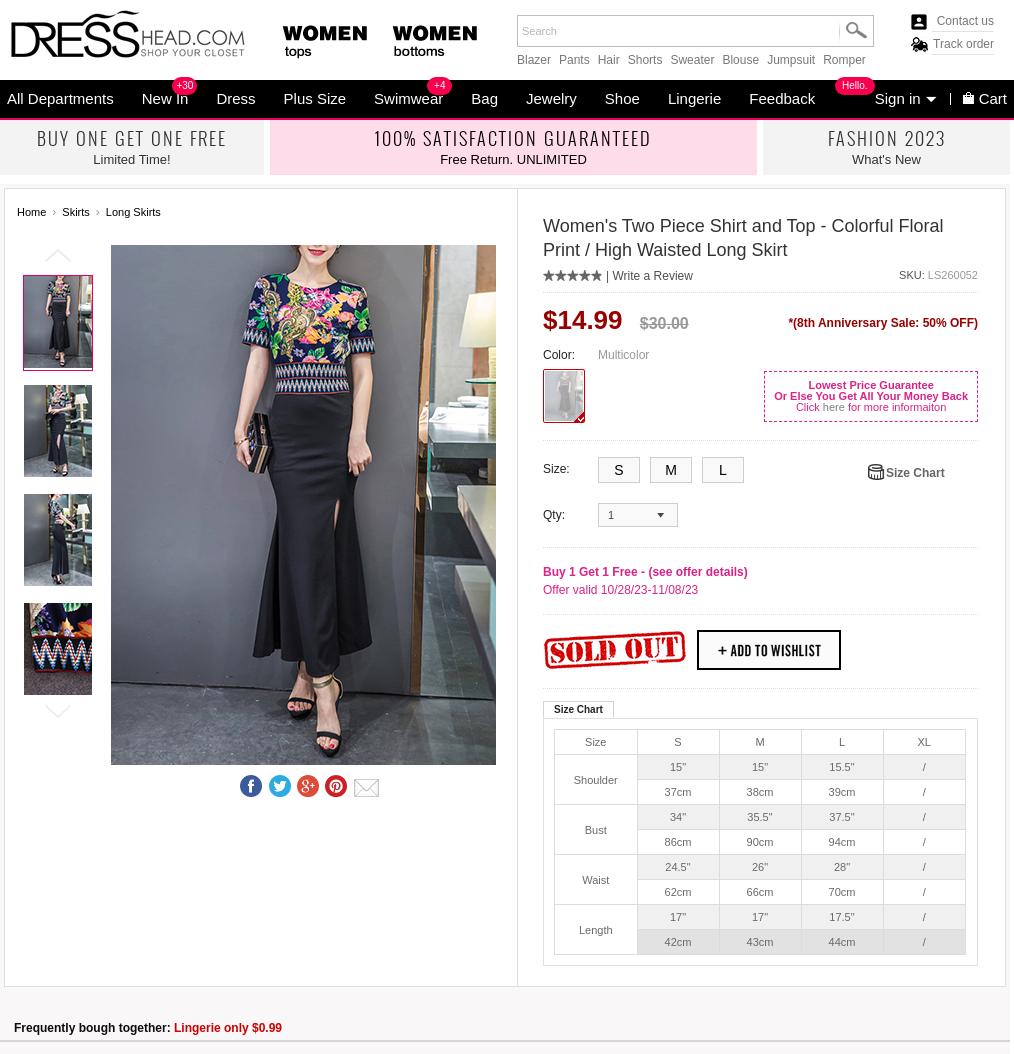  What do you see at coordinates (663, 841) in the screenshot?
I see `'86cm'` at bounding box center [663, 841].